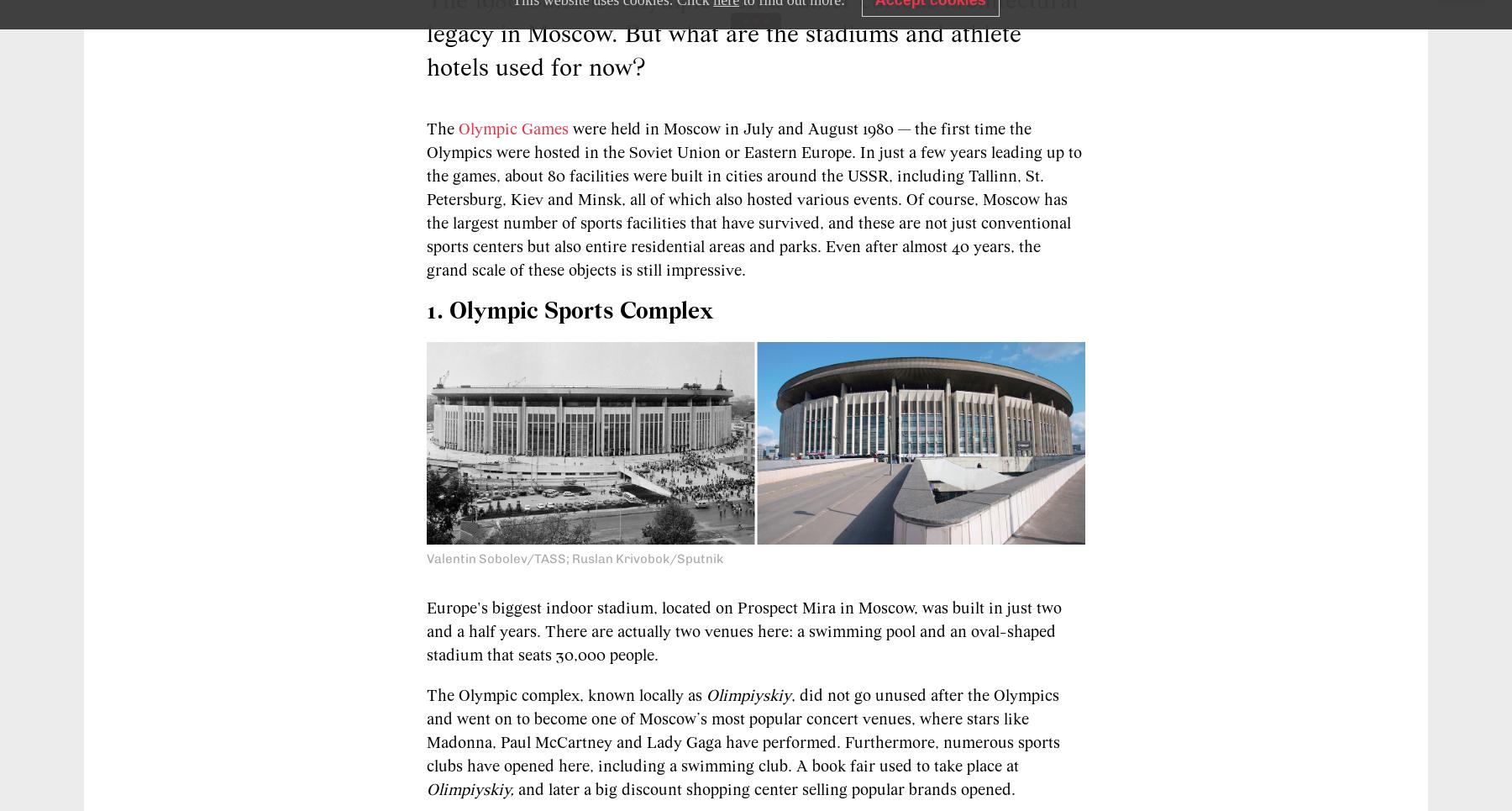 This screenshot has height=811, width=1512. Describe the element at coordinates (425, 694) in the screenshot. I see `'The Olympic complex, known locally as'` at that location.